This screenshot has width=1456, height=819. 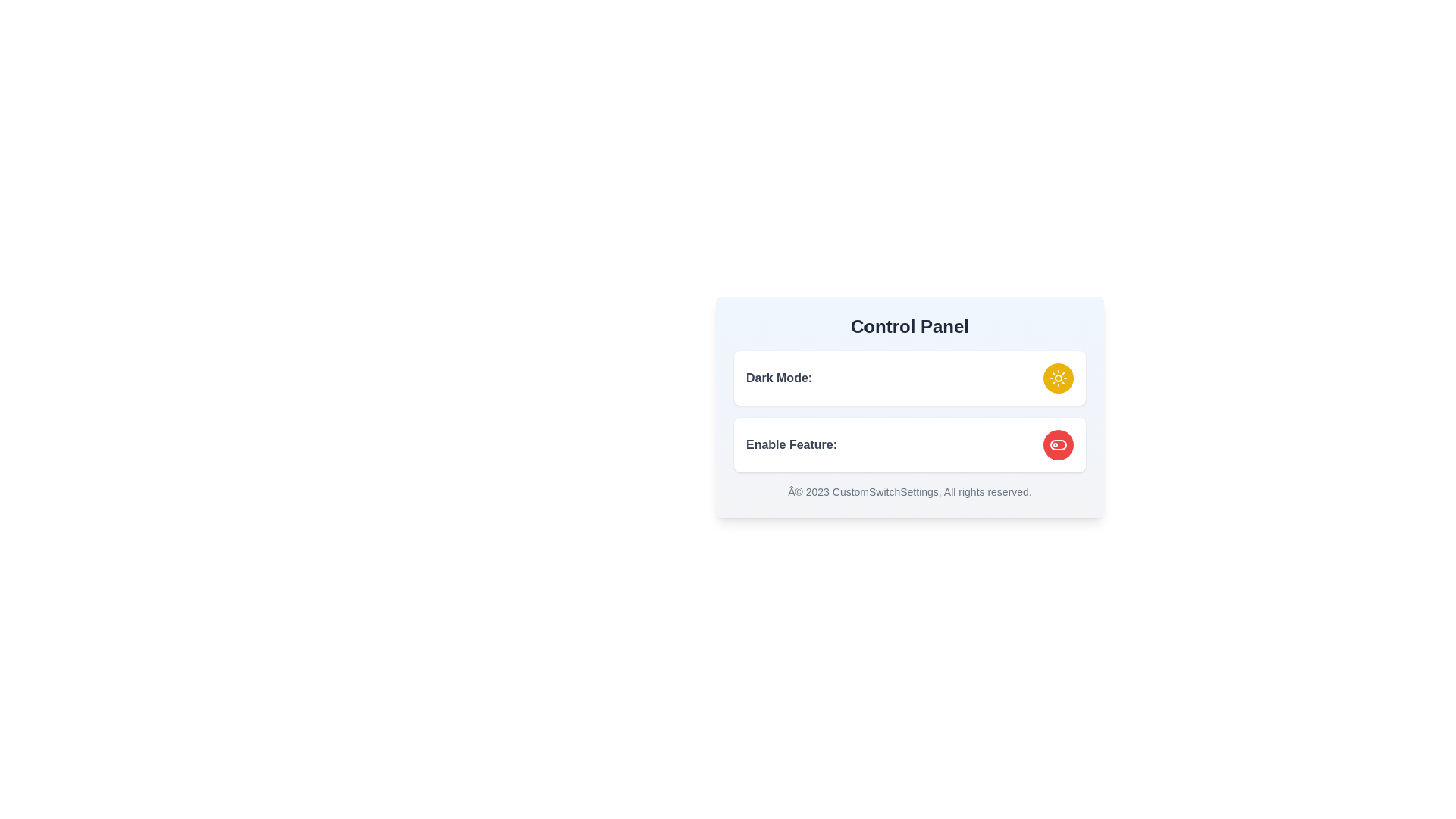 What do you see at coordinates (1058, 377) in the screenshot?
I see `the button to toggle the dark mode feature` at bounding box center [1058, 377].